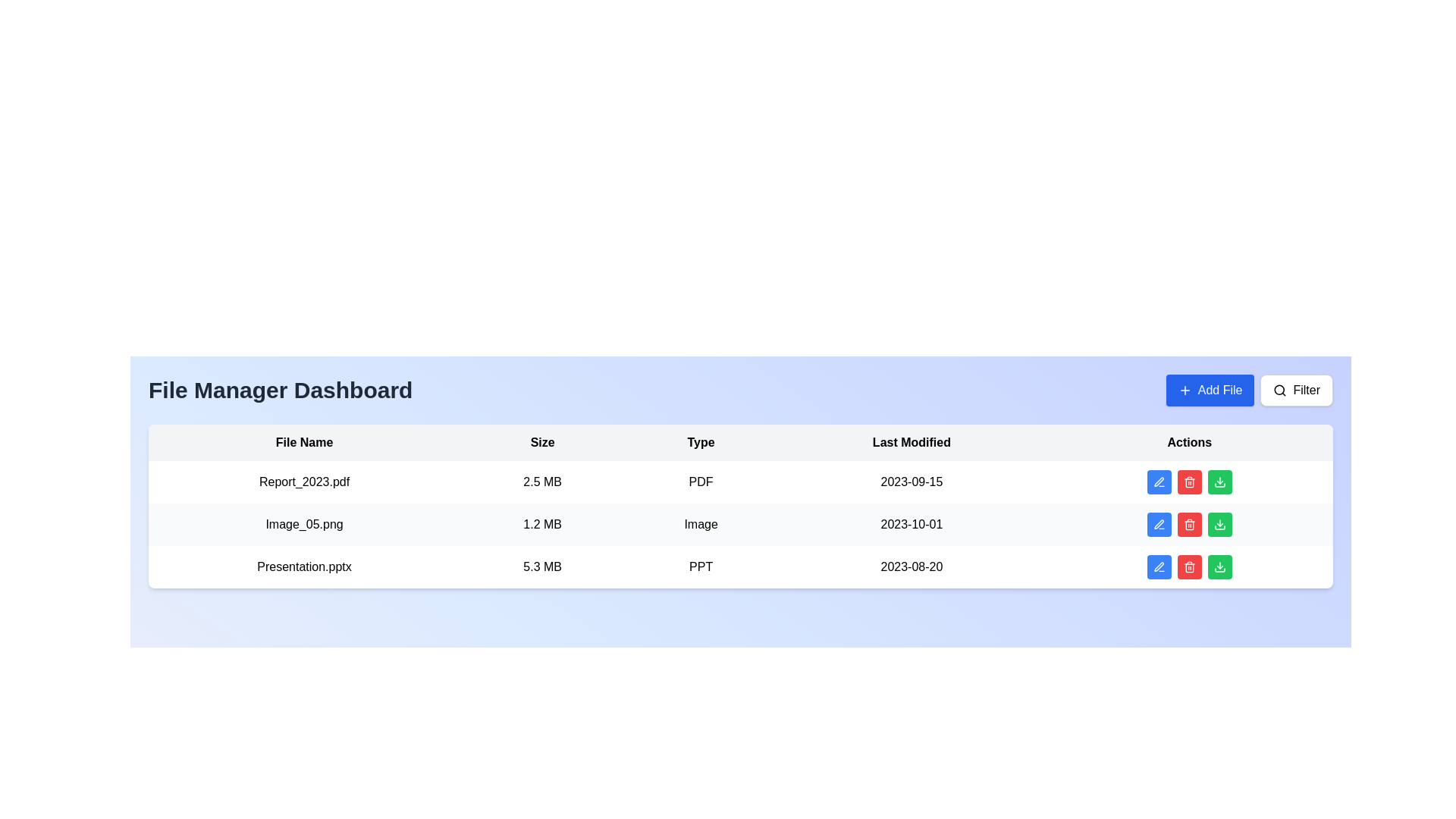 This screenshot has height=819, width=1456. I want to click on the text label displaying the file size '1.2 MB', which is located in the second row of the file list in the 'Size' column, positioned between 'Image_05.png' and 'Image', so click(542, 523).